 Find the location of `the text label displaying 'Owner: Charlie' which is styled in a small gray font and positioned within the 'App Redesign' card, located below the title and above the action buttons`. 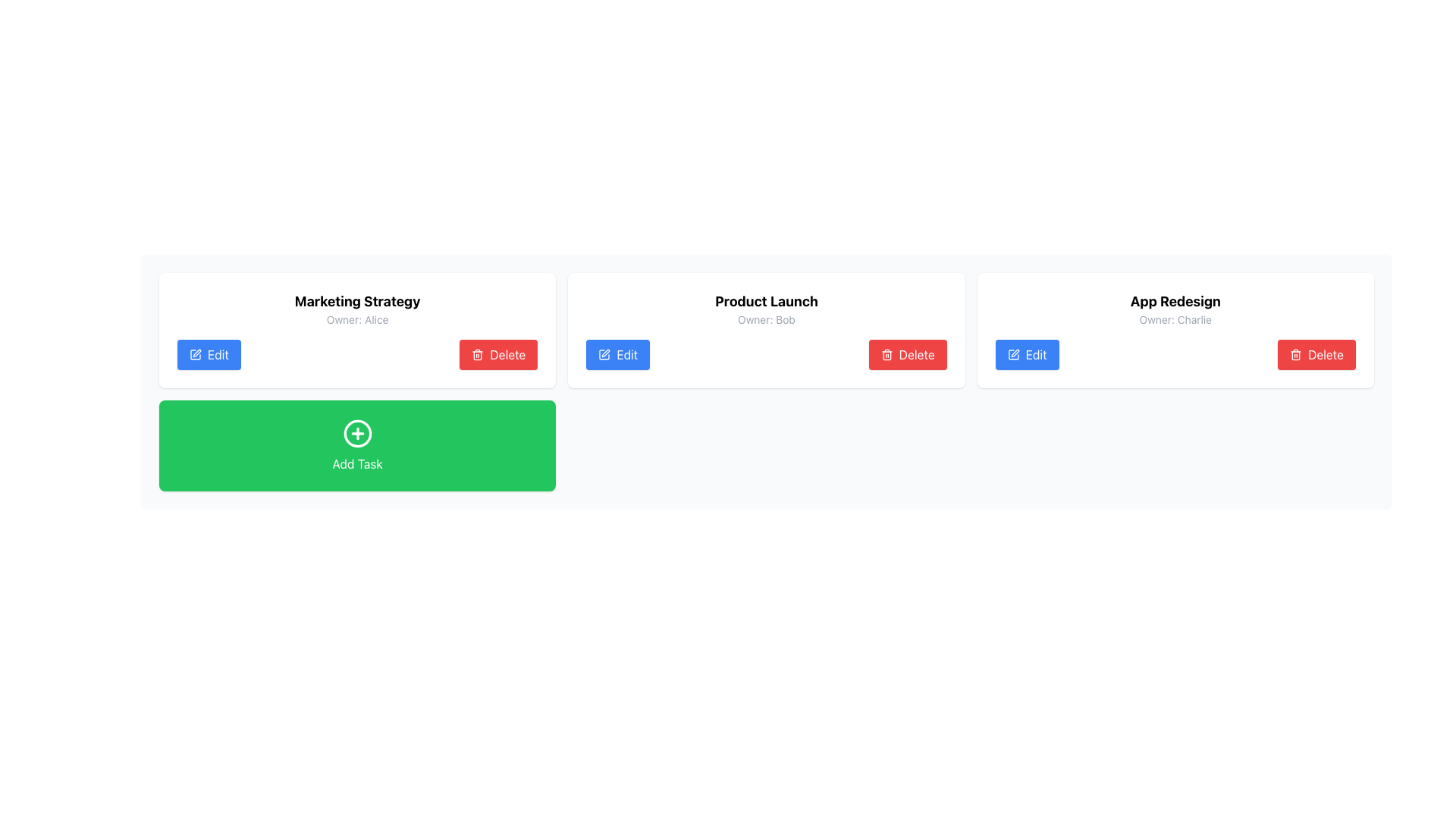

the text label displaying 'Owner: Charlie' which is styled in a small gray font and positioned within the 'App Redesign' card, located below the title and above the action buttons is located at coordinates (1175, 318).